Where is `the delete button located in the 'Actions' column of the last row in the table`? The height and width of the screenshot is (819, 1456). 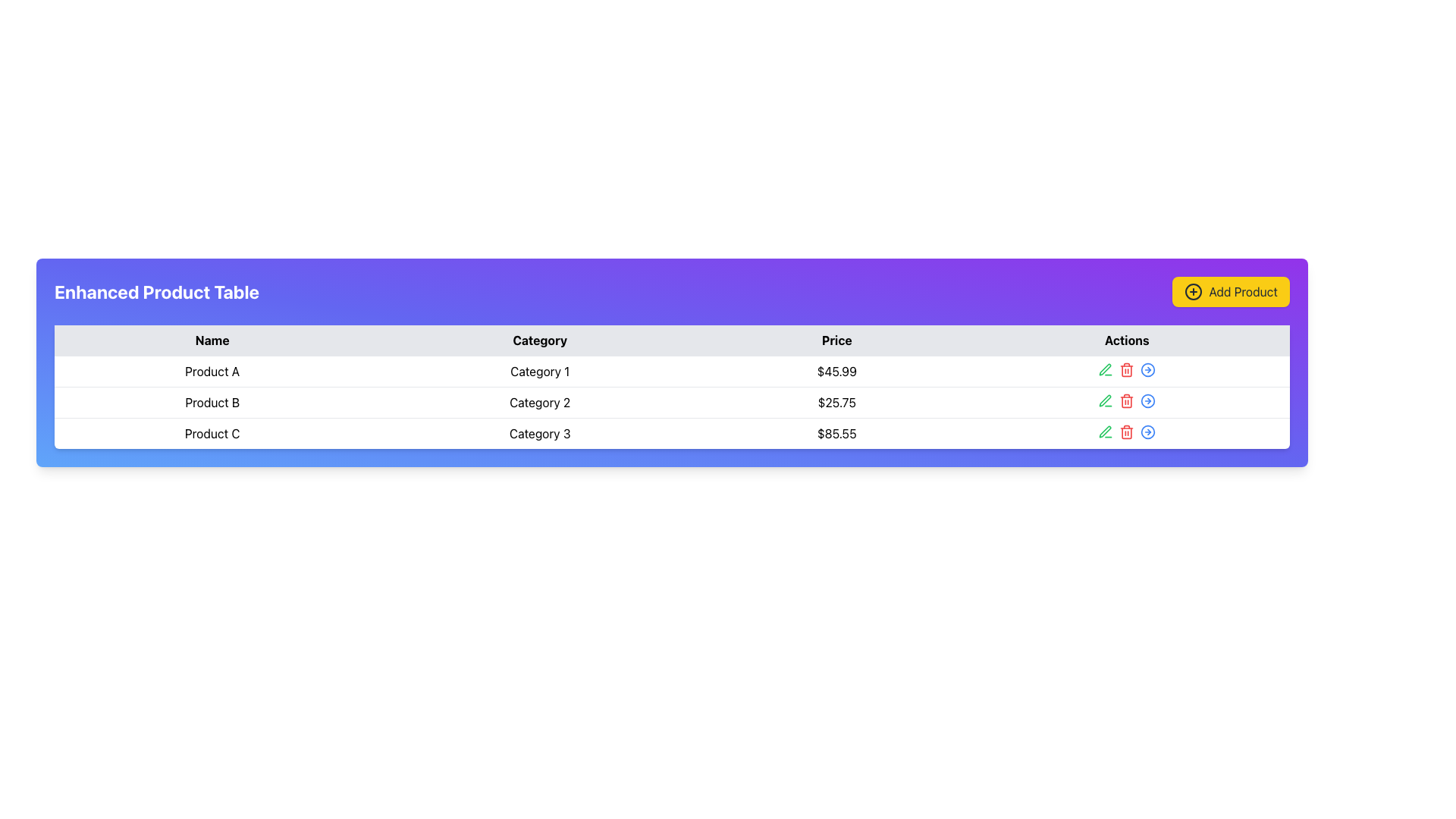 the delete button located in the 'Actions' column of the last row in the table is located at coordinates (1127, 400).